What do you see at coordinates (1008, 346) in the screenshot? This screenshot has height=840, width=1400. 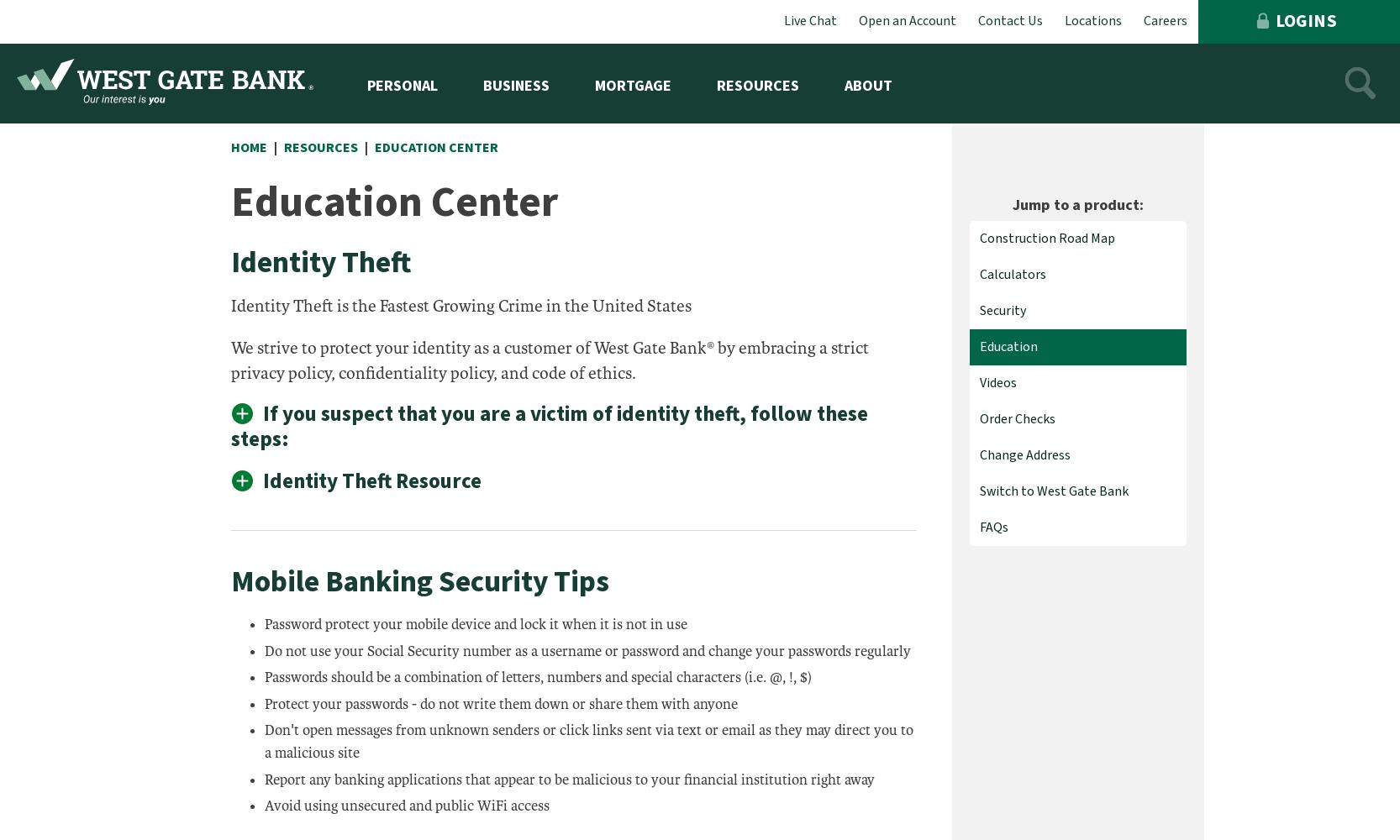 I see `'Education'` at bounding box center [1008, 346].